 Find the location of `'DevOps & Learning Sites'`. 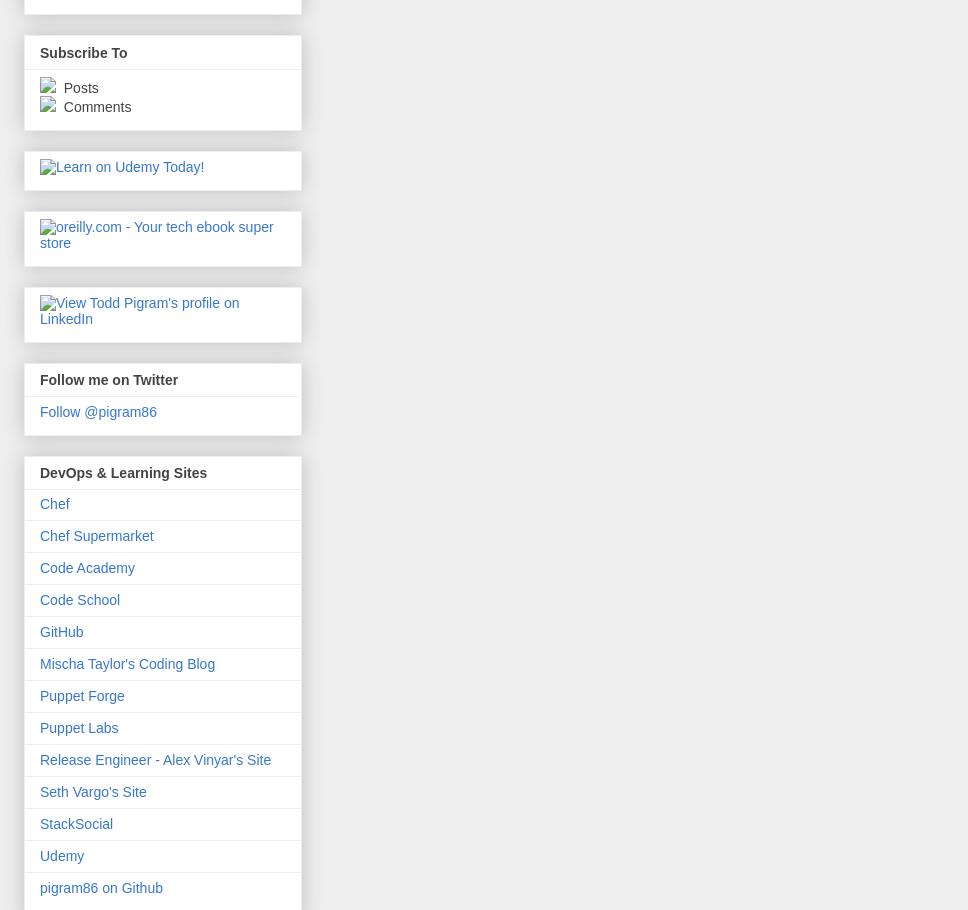

'DevOps & Learning Sites' is located at coordinates (122, 472).